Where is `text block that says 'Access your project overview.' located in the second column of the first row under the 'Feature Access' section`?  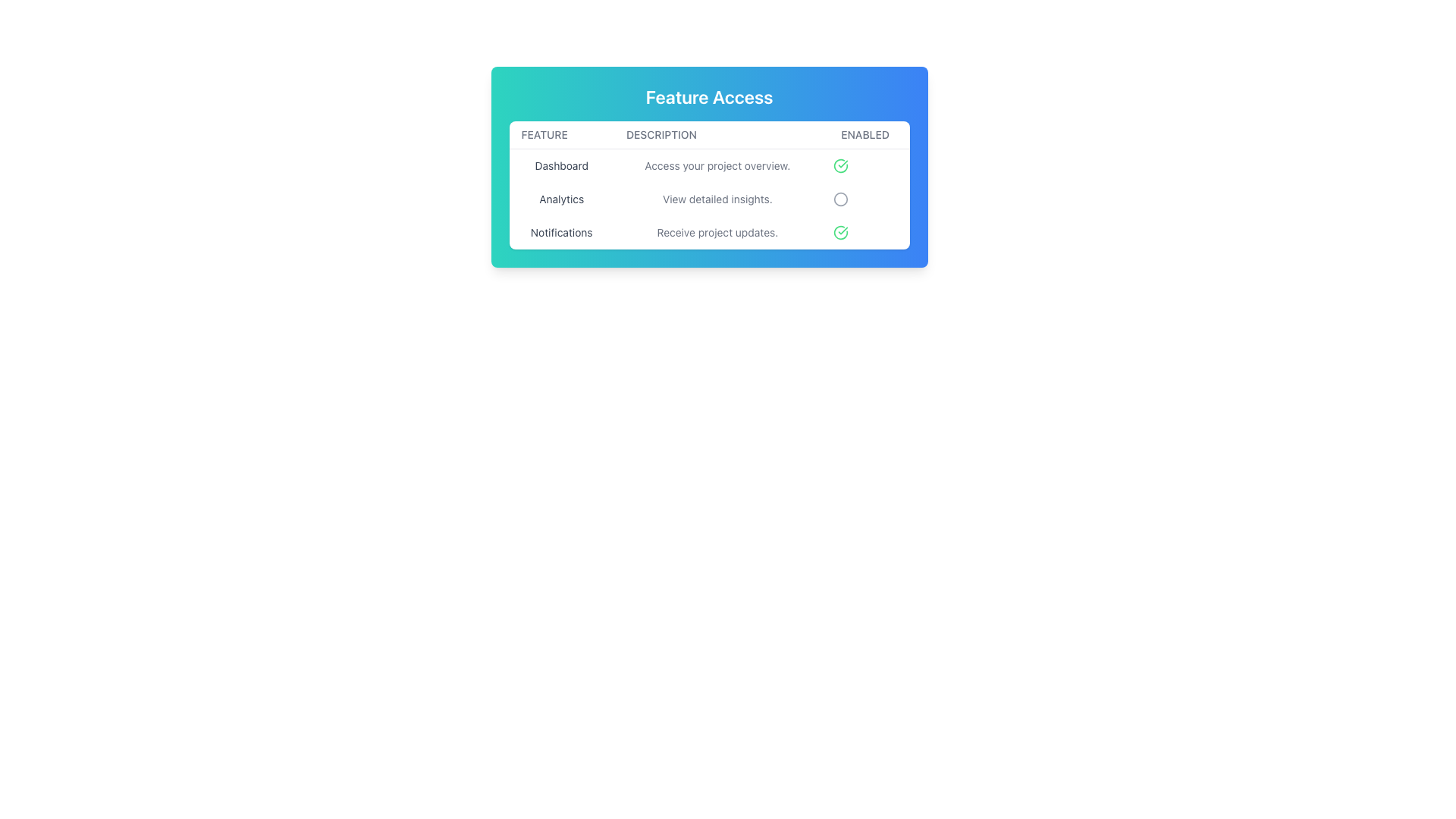
text block that says 'Access your project overview.' located in the second column of the first row under the 'Feature Access' section is located at coordinates (717, 165).